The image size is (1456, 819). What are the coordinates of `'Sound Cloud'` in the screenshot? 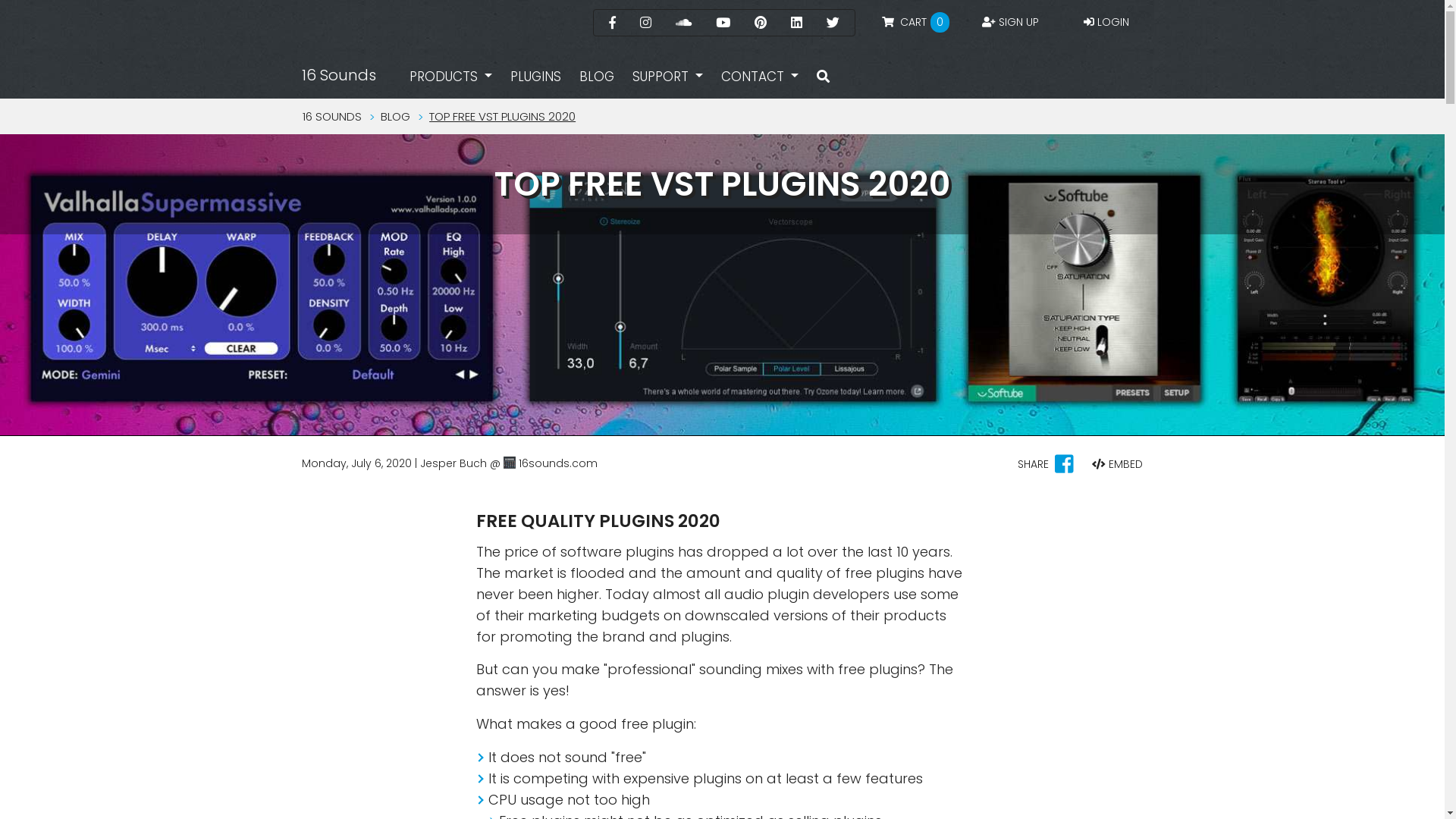 It's located at (682, 23).